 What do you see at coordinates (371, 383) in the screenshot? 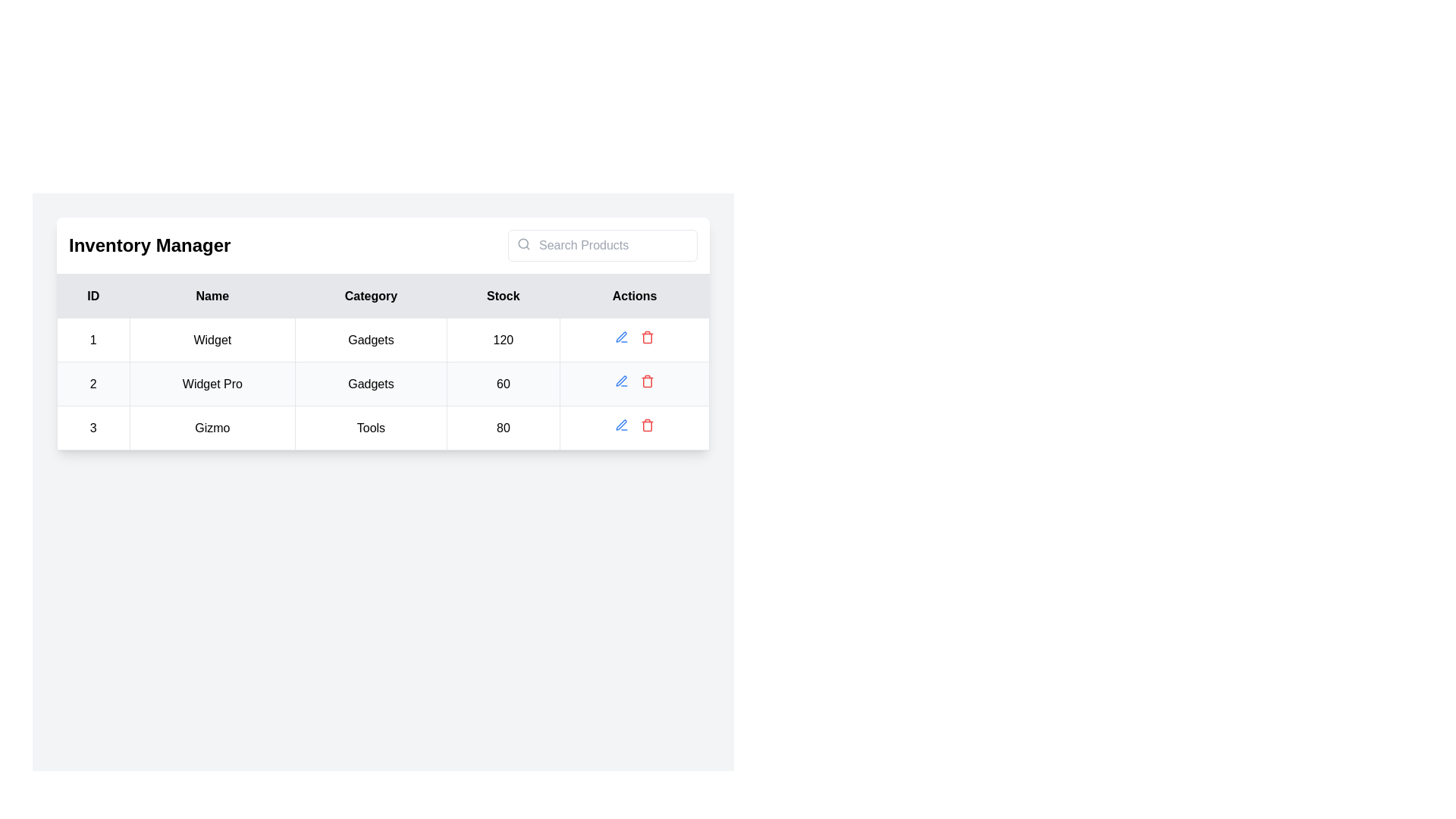
I see `the Text Label representing the category of the product 'Widget Pro' in the inventory table, located in the 'Category' column of the second row` at bounding box center [371, 383].